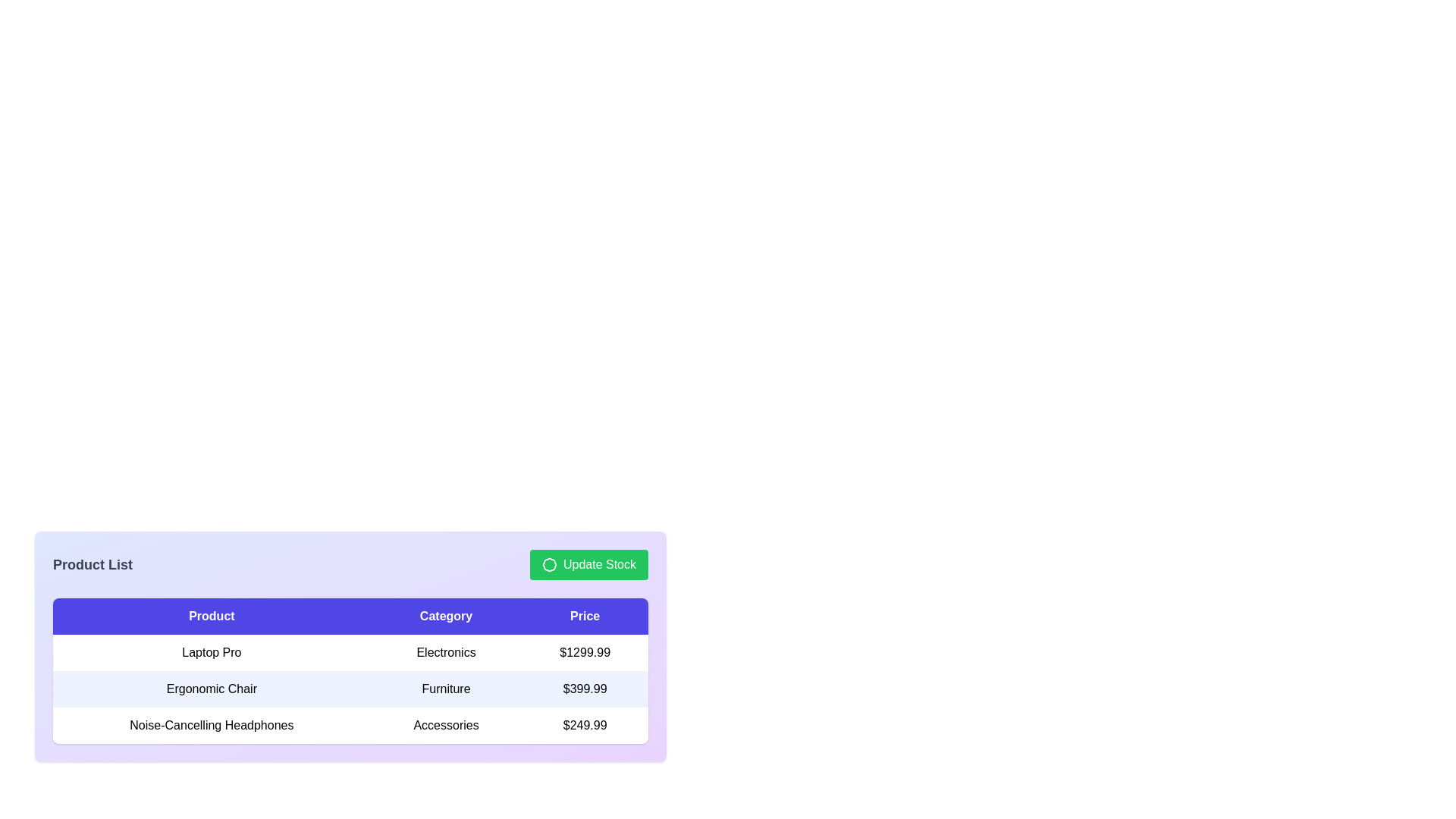 The width and height of the screenshot is (1456, 819). What do you see at coordinates (211, 724) in the screenshot?
I see `the text label that indicates the product name in the first cell of the last row of the table, which is the third row, under the 'Product' column` at bounding box center [211, 724].